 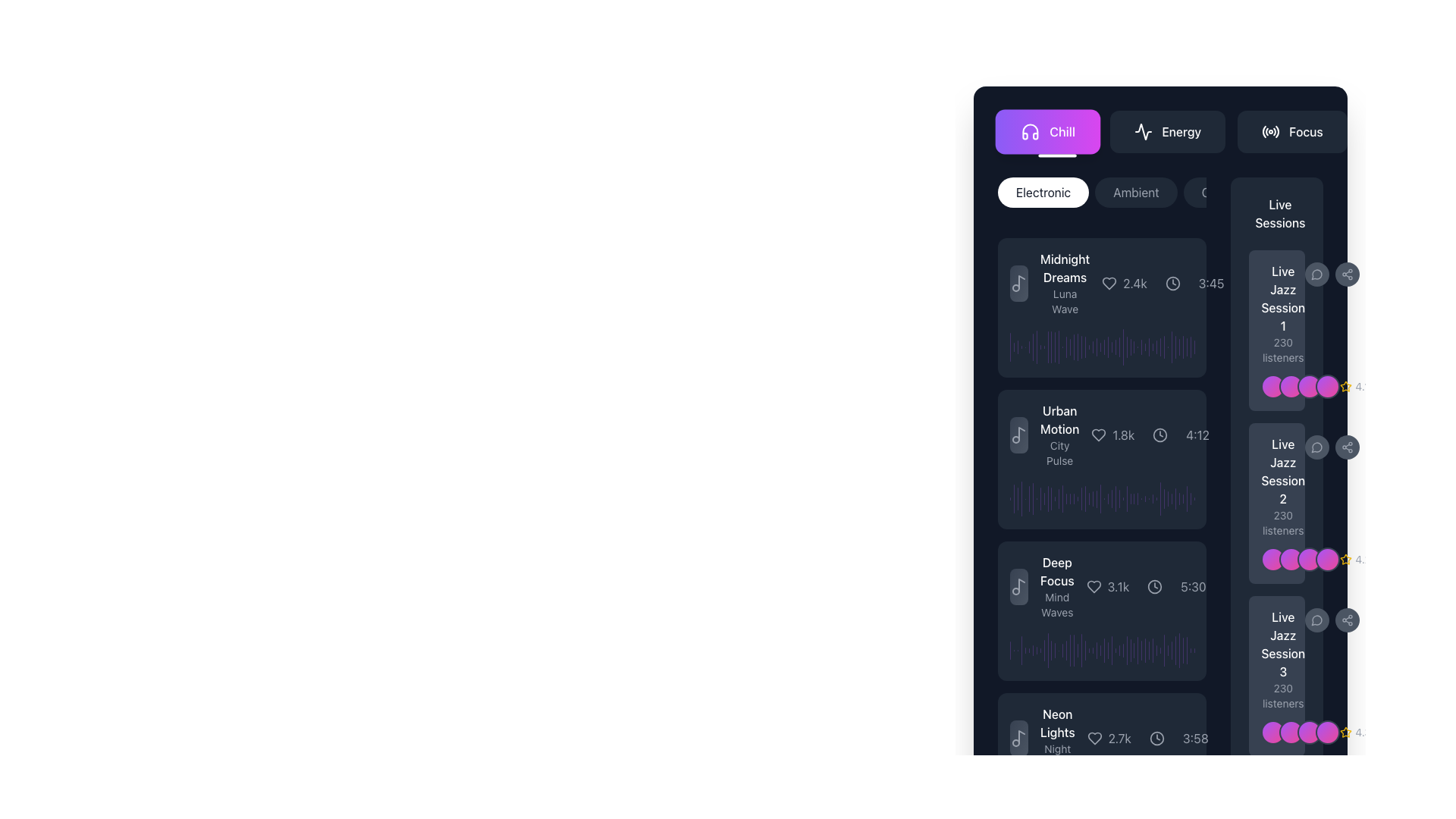 I want to click on the 'Focus' button, which is a horizontally rectangular button with rounded corners, dark gray background, and the text 'Focus' in white font, located at the rightmost end of a row of buttons, so click(x=1291, y=130).